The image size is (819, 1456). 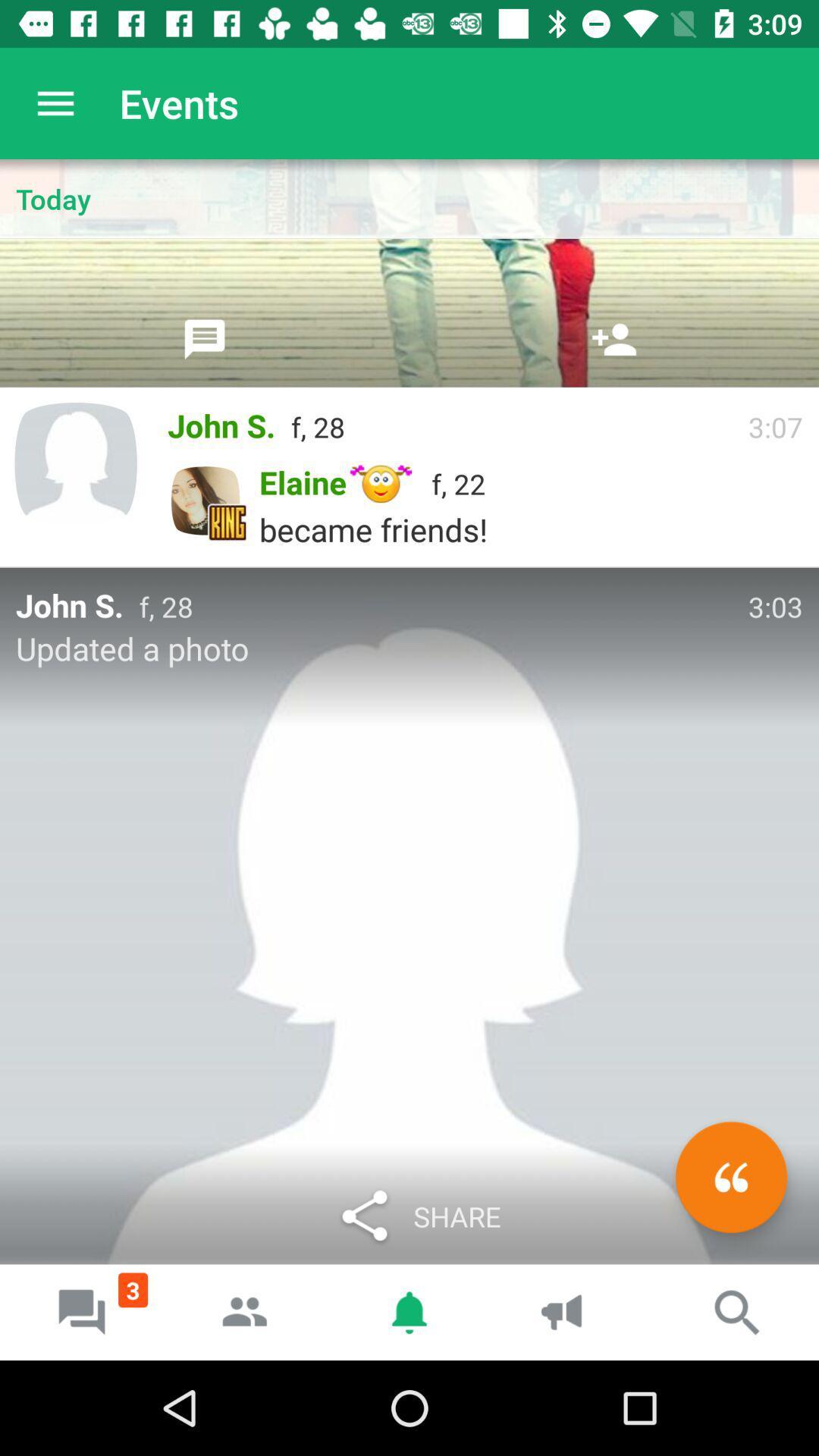 I want to click on icon below the today, so click(x=614, y=338).